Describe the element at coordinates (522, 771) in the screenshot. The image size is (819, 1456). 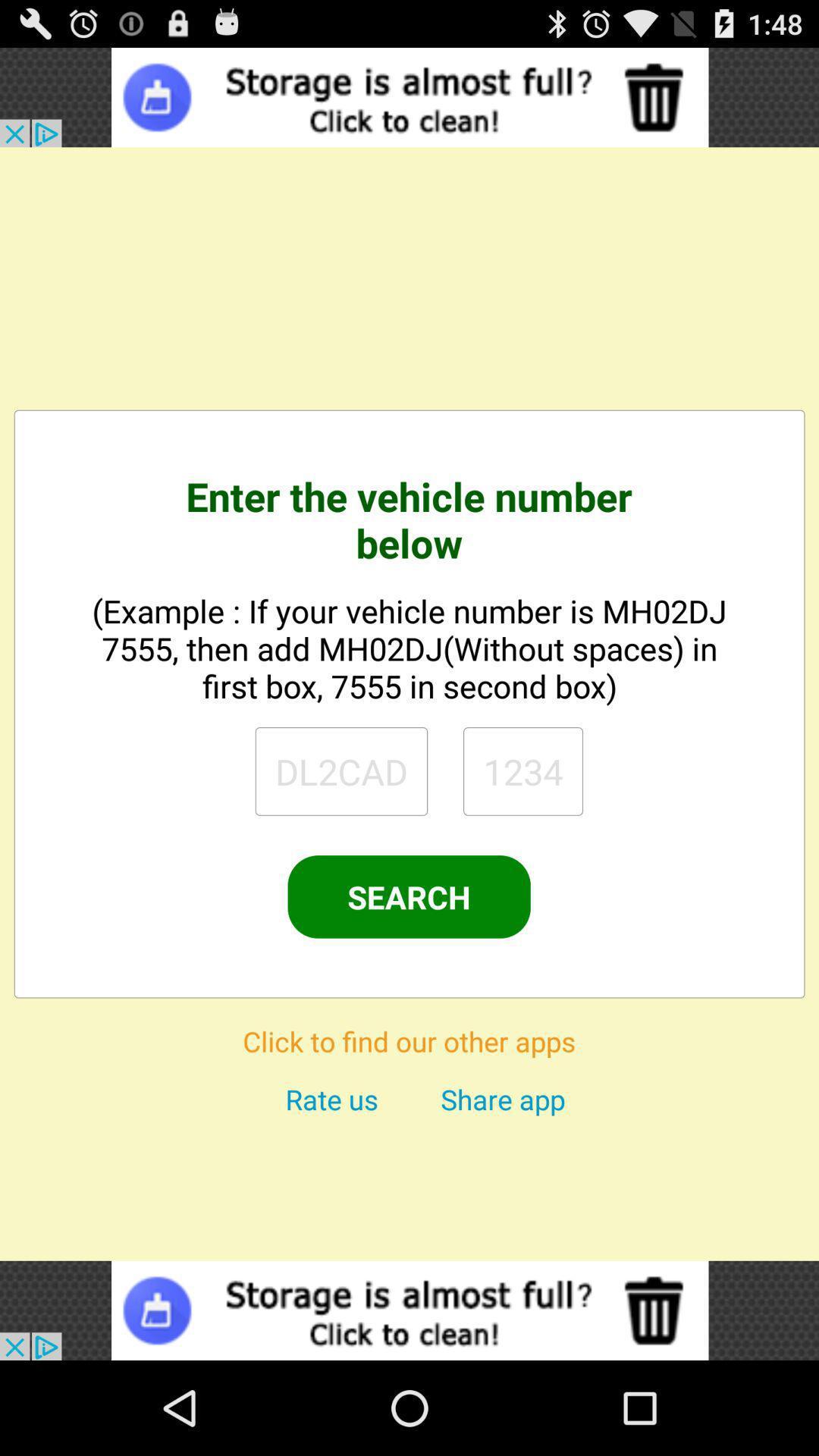
I see `write vehicle number` at that location.